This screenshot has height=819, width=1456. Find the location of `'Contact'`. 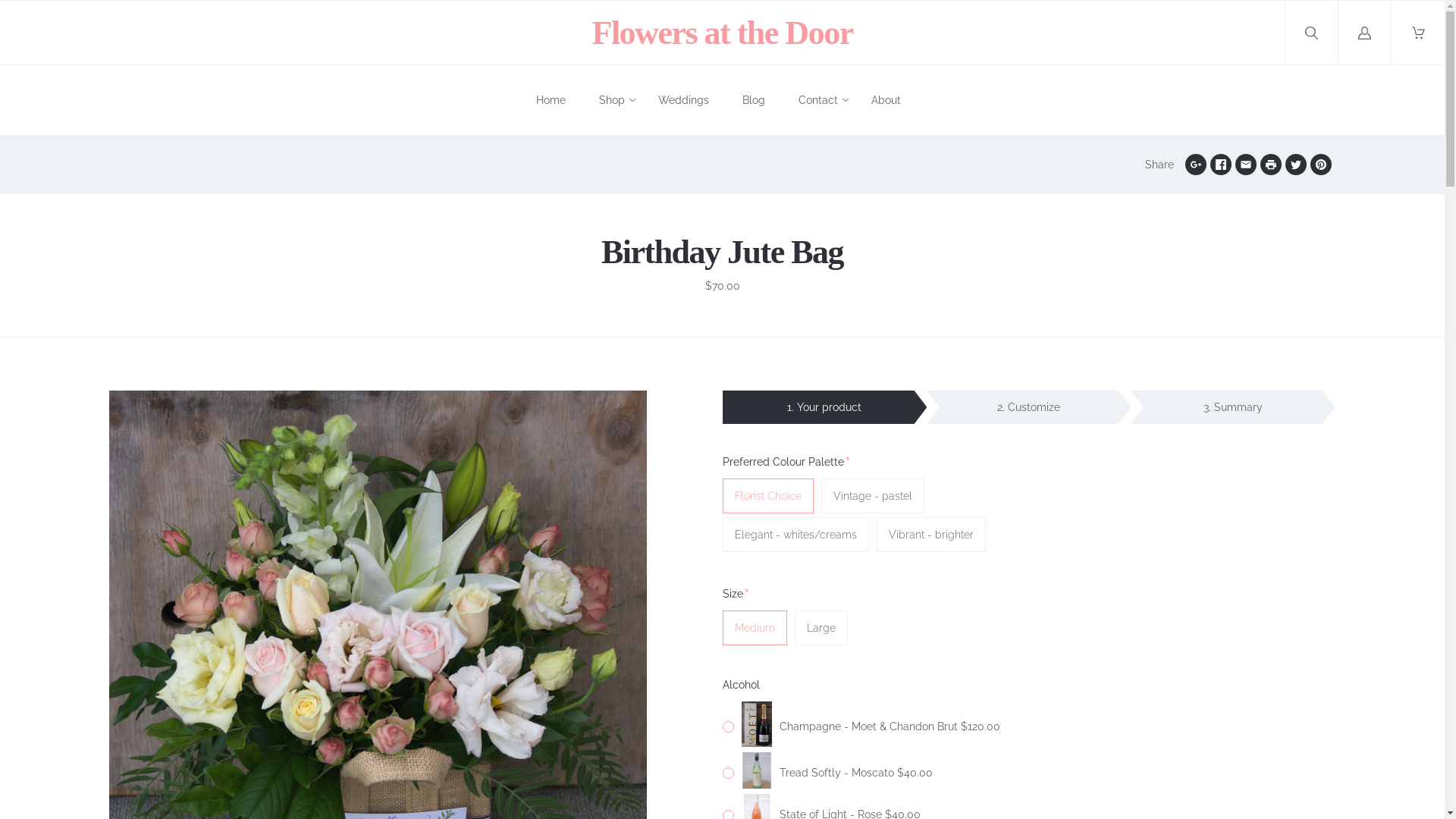

'Contact' is located at coordinates (817, 100).